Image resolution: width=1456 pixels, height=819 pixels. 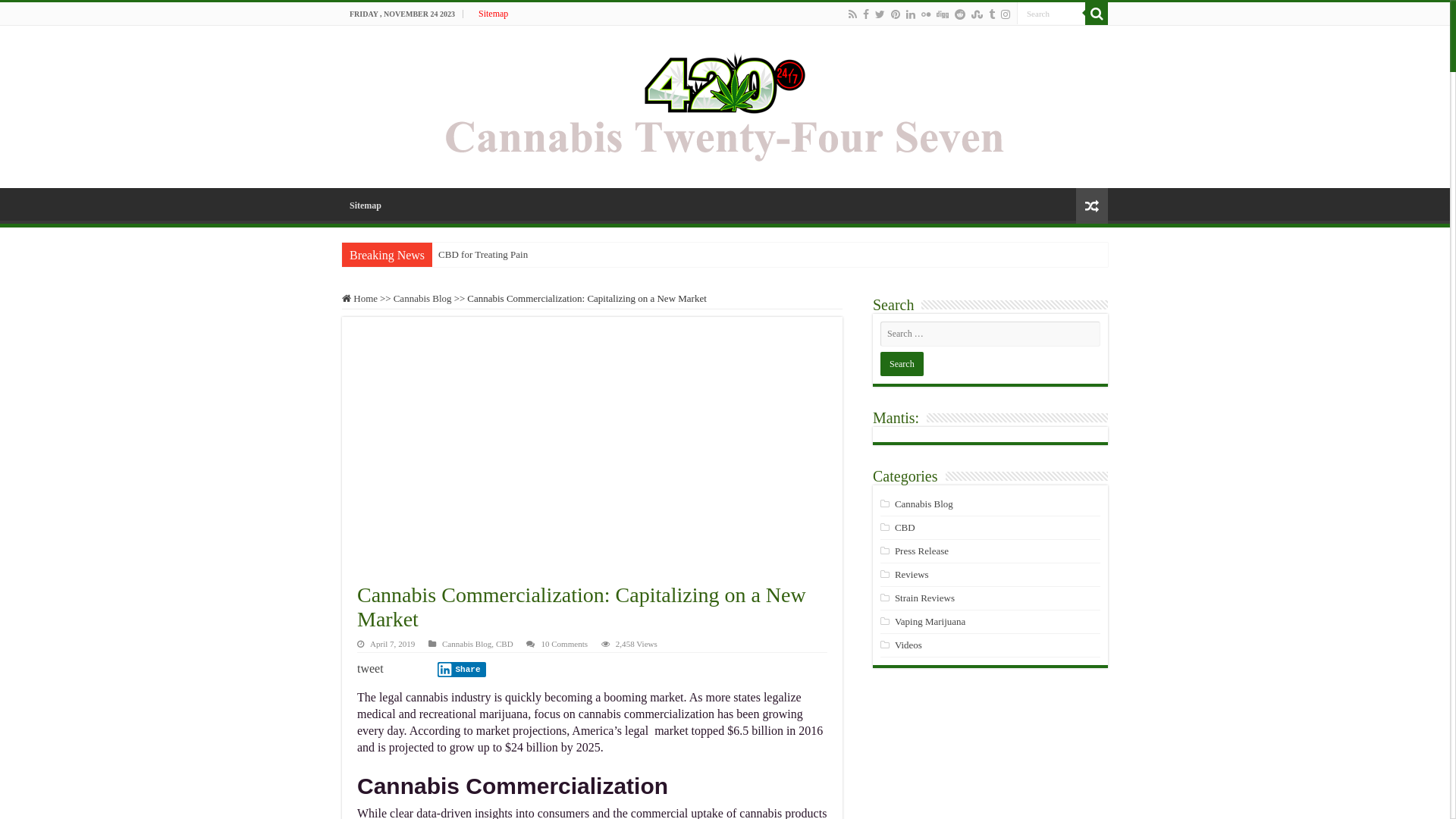 I want to click on 'Search', so click(x=1016, y=13).